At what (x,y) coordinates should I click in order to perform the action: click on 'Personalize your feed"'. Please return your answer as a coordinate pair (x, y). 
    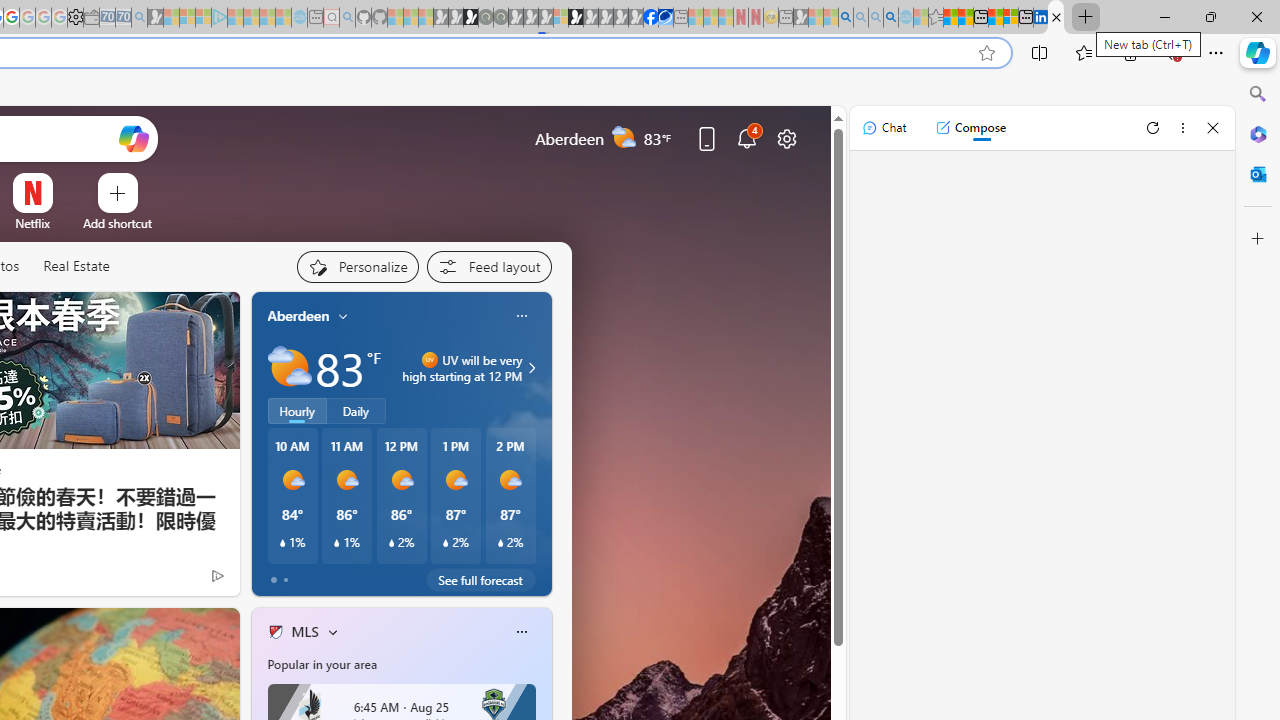
    Looking at the image, I should click on (357, 266).